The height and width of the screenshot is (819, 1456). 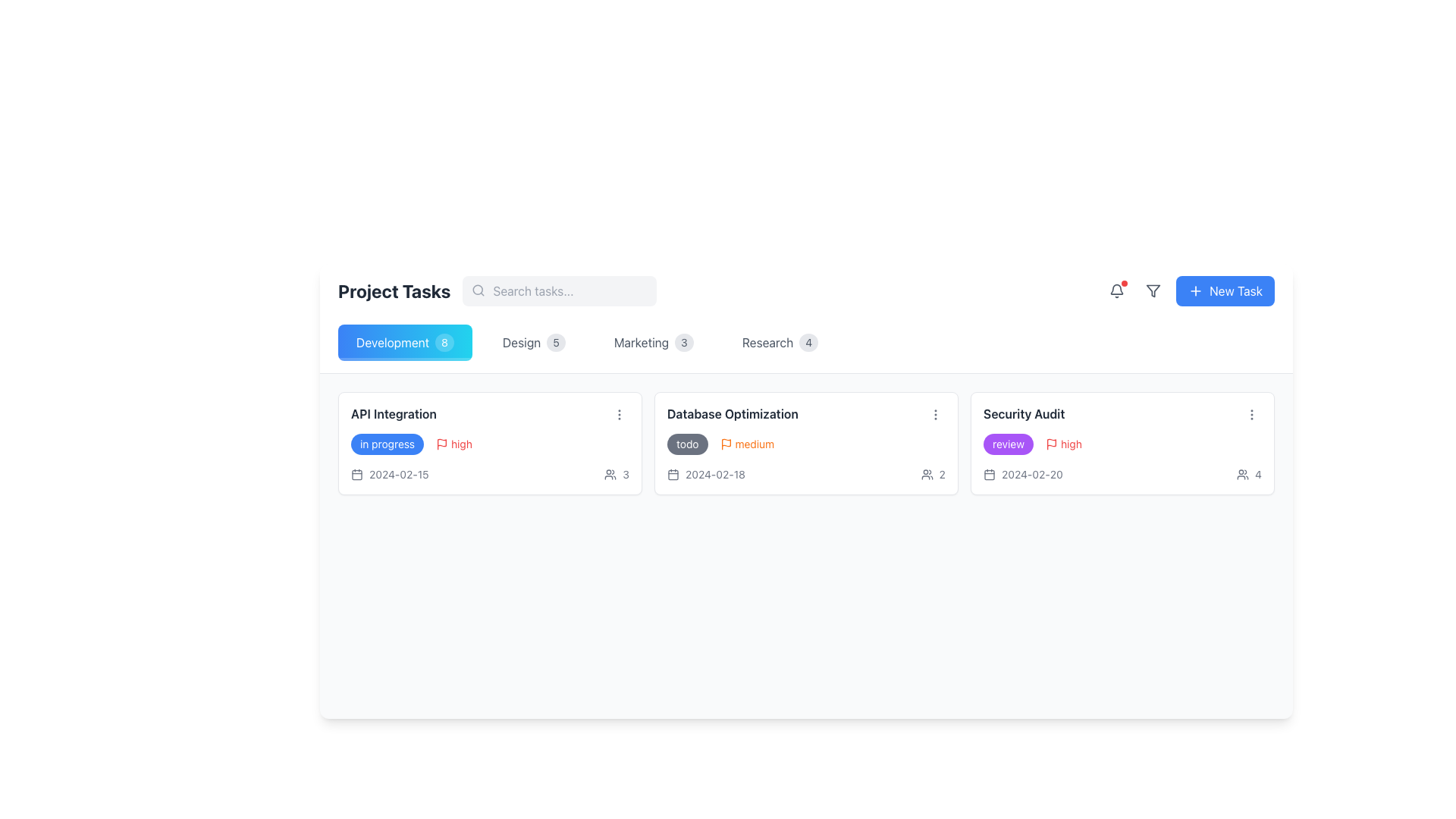 What do you see at coordinates (405, 342) in the screenshot?
I see `category name 'Development' and the associated number '8' from the button-like label with a decorative badge located beneath the 'Project Tasks' header` at bounding box center [405, 342].